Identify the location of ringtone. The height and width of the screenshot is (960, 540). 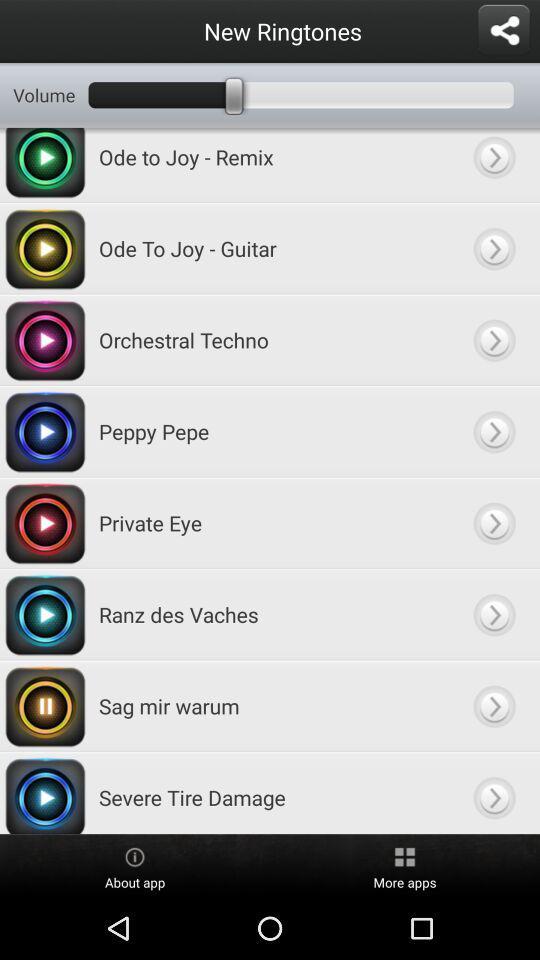
(493, 164).